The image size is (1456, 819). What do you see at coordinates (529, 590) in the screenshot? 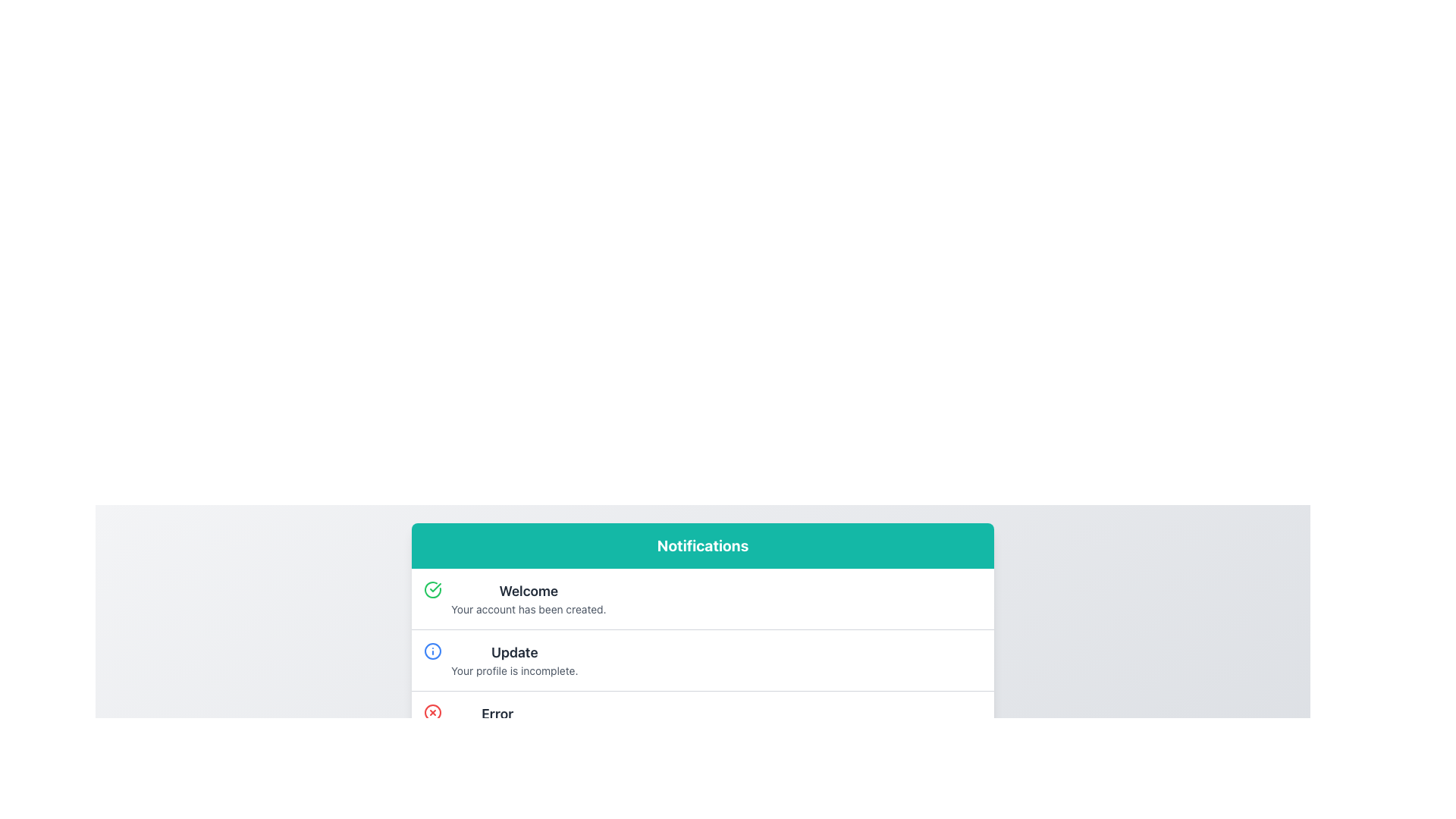
I see `title text label positioned at the top of the notification, which summarizes the notification's purpose and precedes the secondary description text` at bounding box center [529, 590].